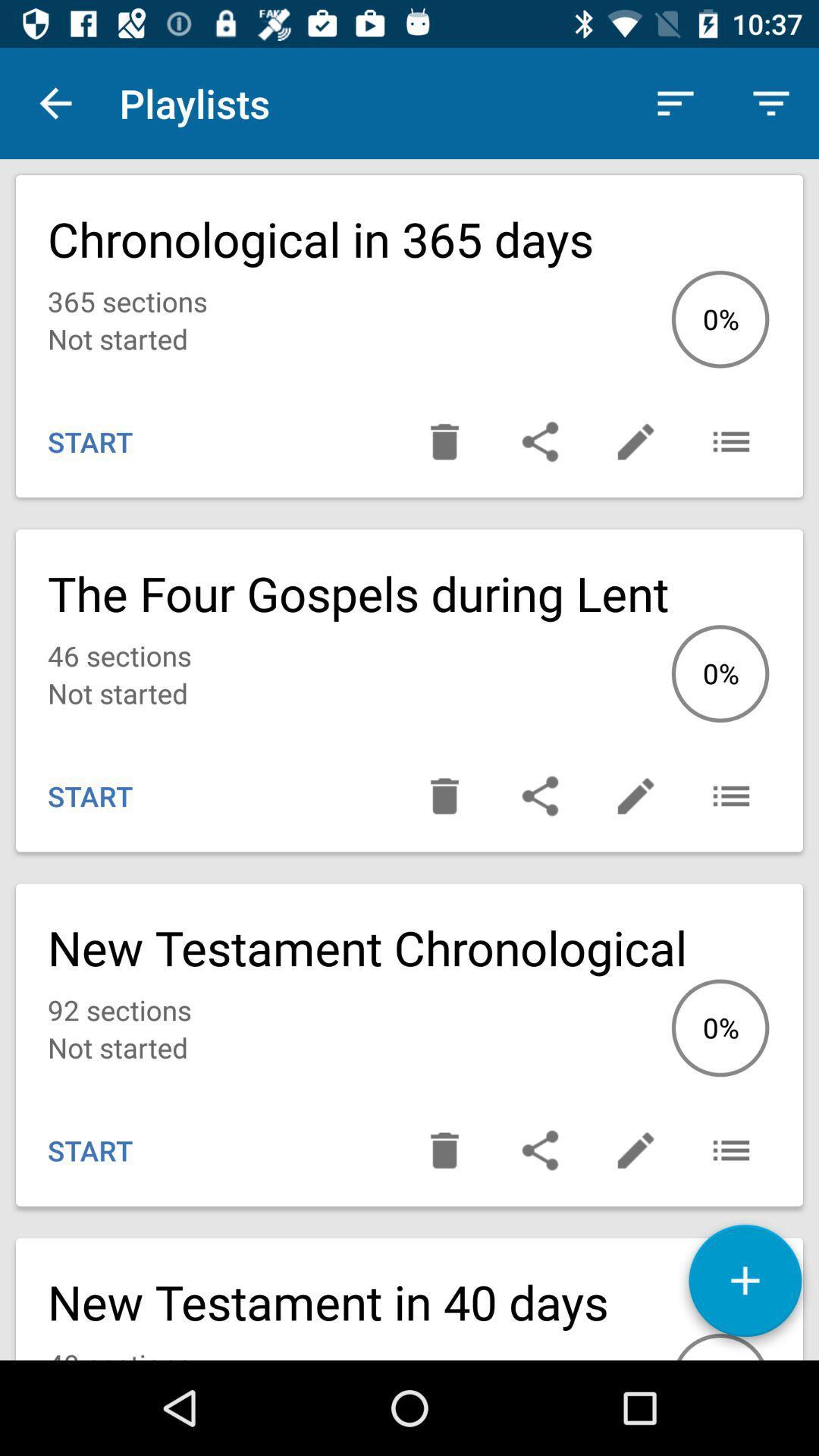 Image resolution: width=819 pixels, height=1456 pixels. Describe the element at coordinates (675, 102) in the screenshot. I see `the app next to the playlists icon` at that location.